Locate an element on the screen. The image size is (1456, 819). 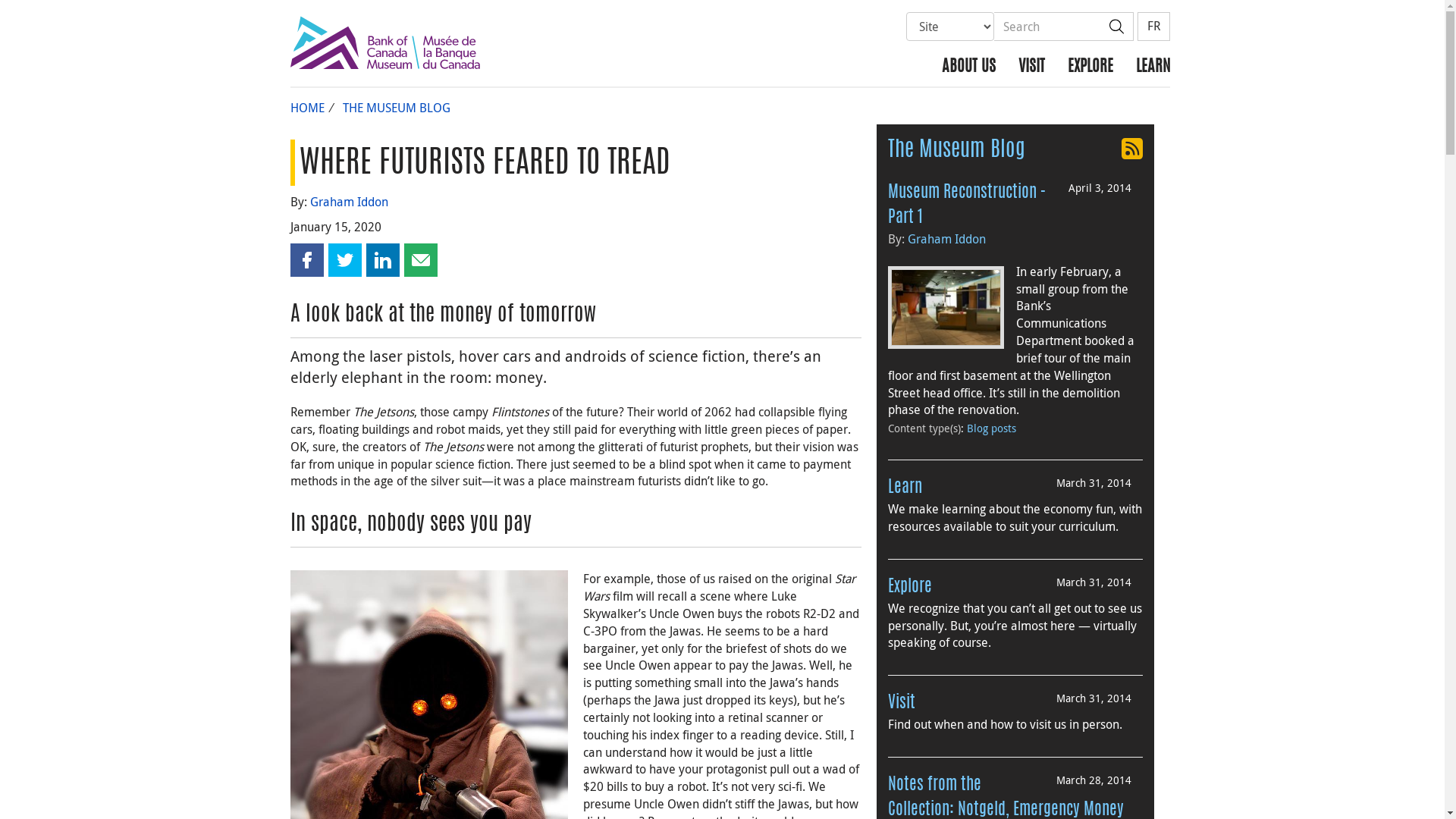
'Graham Iddon' is located at coordinates (946, 239).